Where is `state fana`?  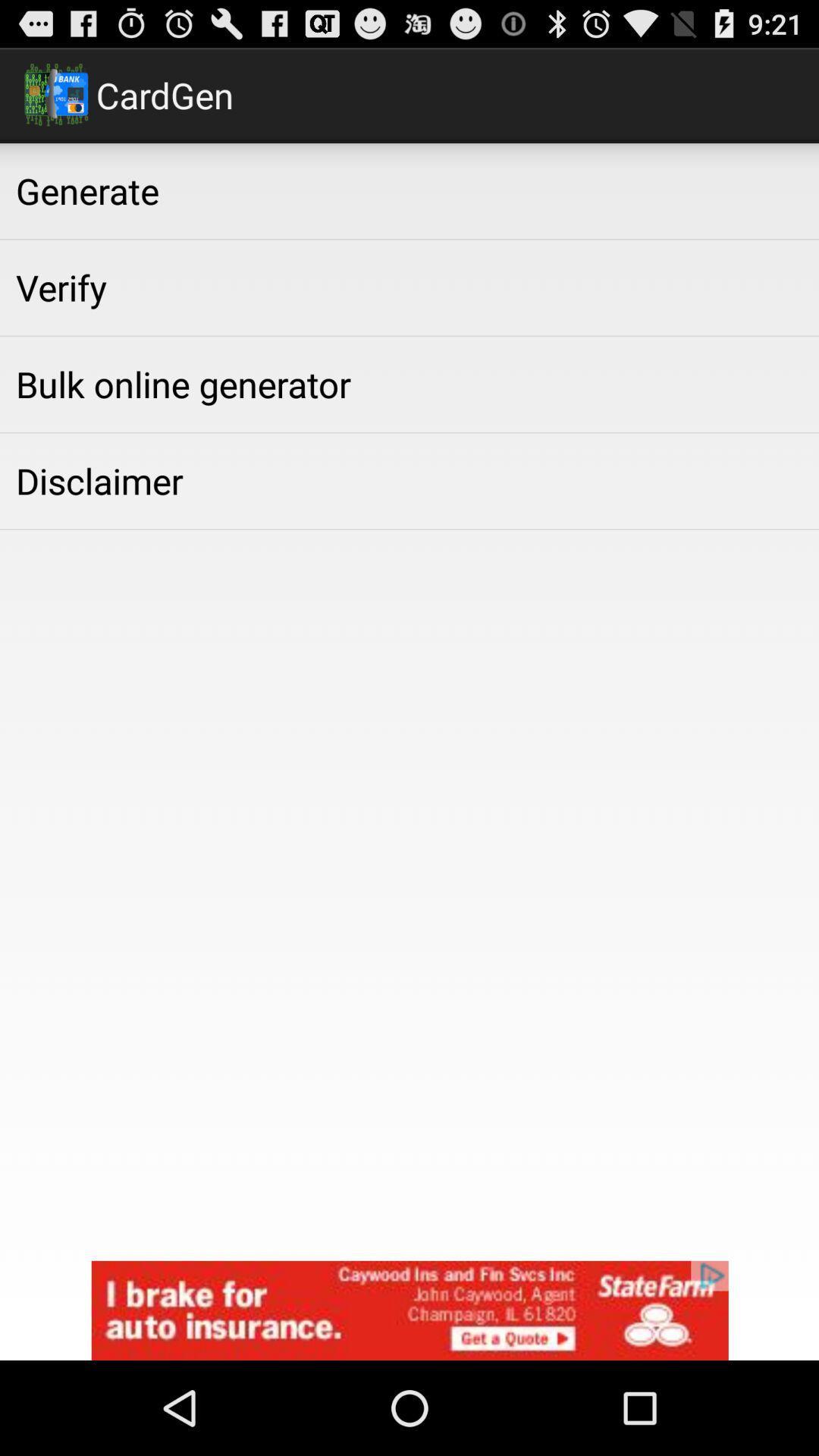
state fana is located at coordinates (409, 1310).